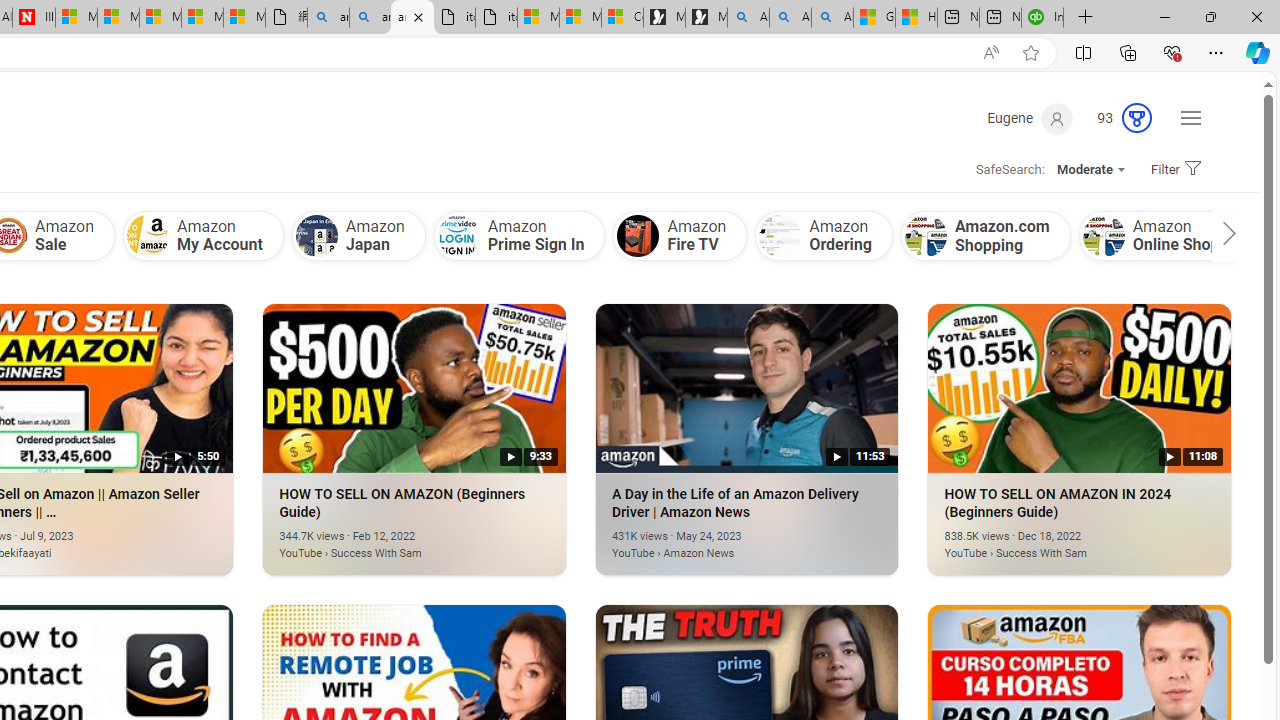 The height and width of the screenshot is (720, 1280). What do you see at coordinates (1089, 168) in the screenshot?
I see `'Moderate SafeSearch:'` at bounding box center [1089, 168].